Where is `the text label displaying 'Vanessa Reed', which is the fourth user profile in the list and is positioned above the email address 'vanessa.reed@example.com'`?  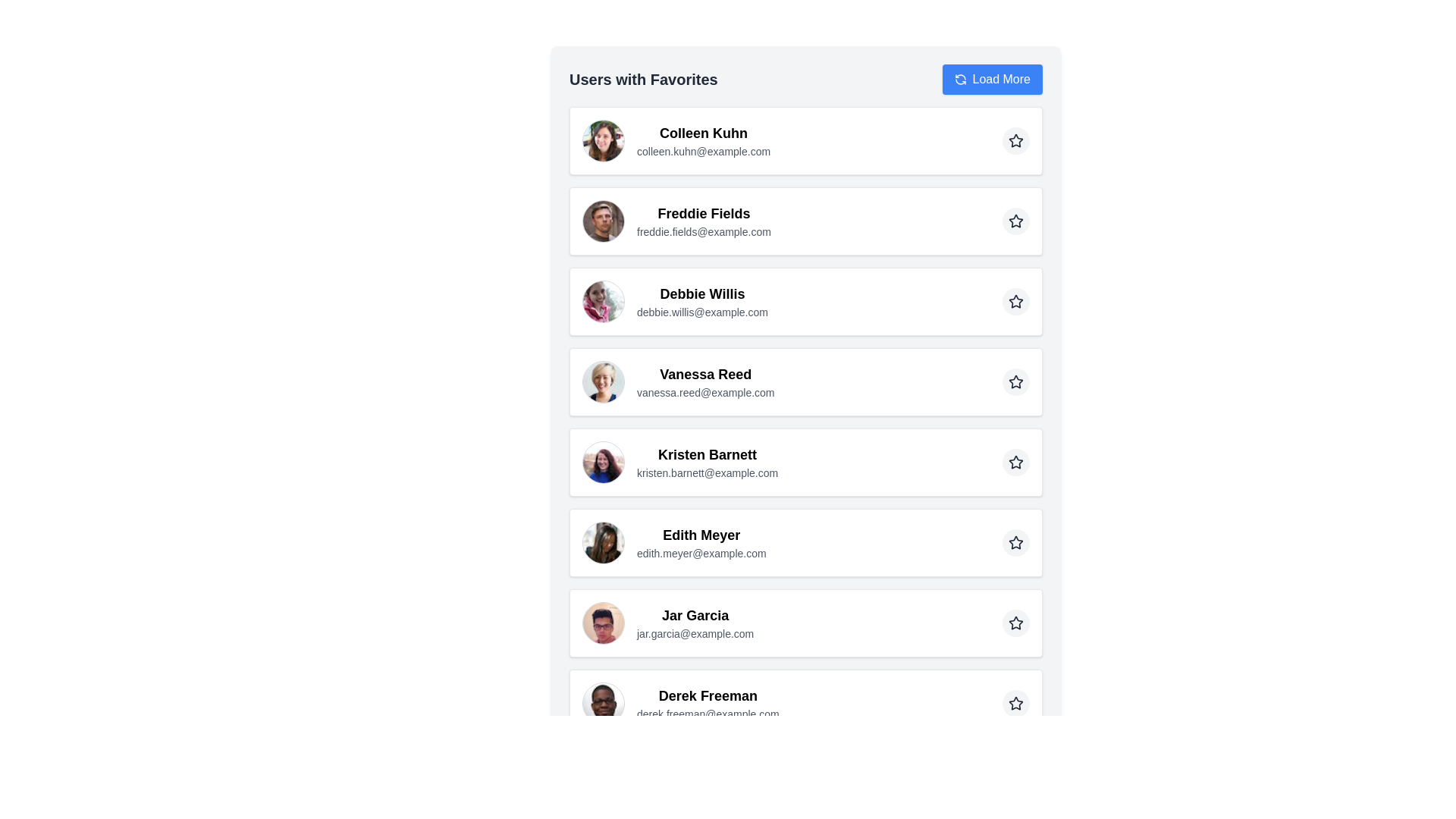
the text label displaying 'Vanessa Reed', which is the fourth user profile in the list and is positioned above the email address 'vanessa.reed@example.com' is located at coordinates (704, 374).